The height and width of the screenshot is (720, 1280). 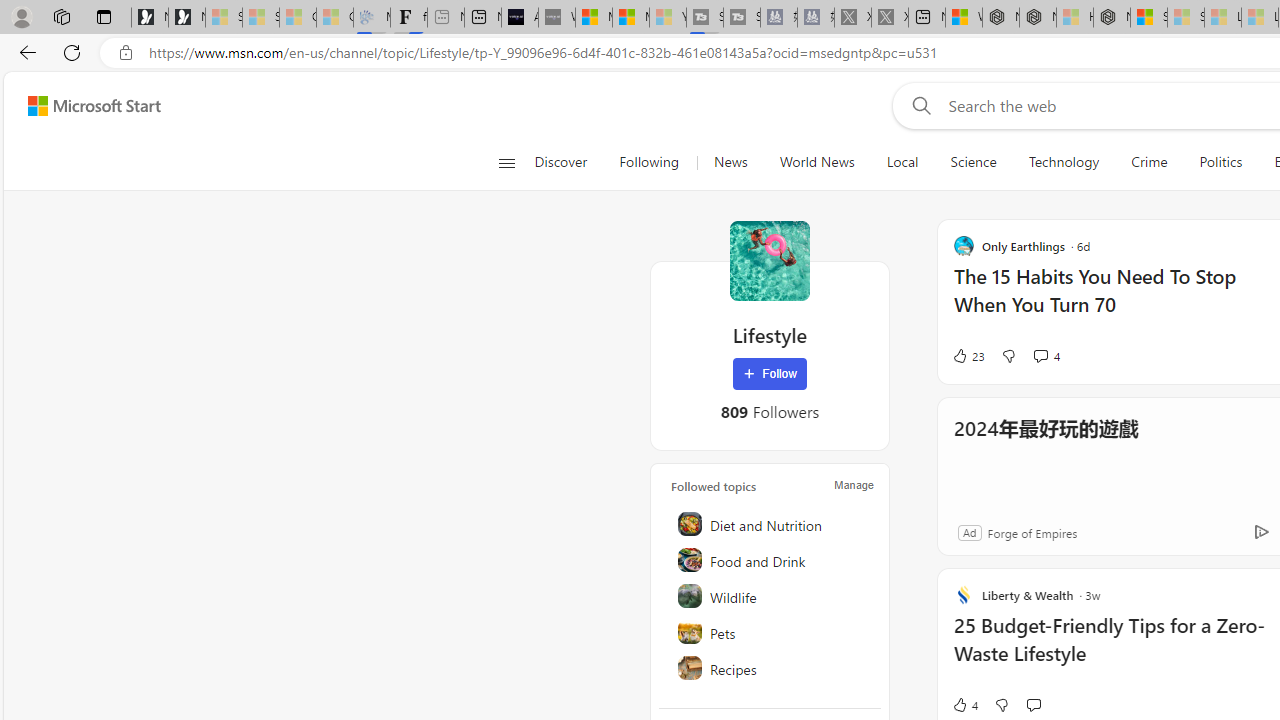 I want to click on 'Local', so click(x=901, y=162).